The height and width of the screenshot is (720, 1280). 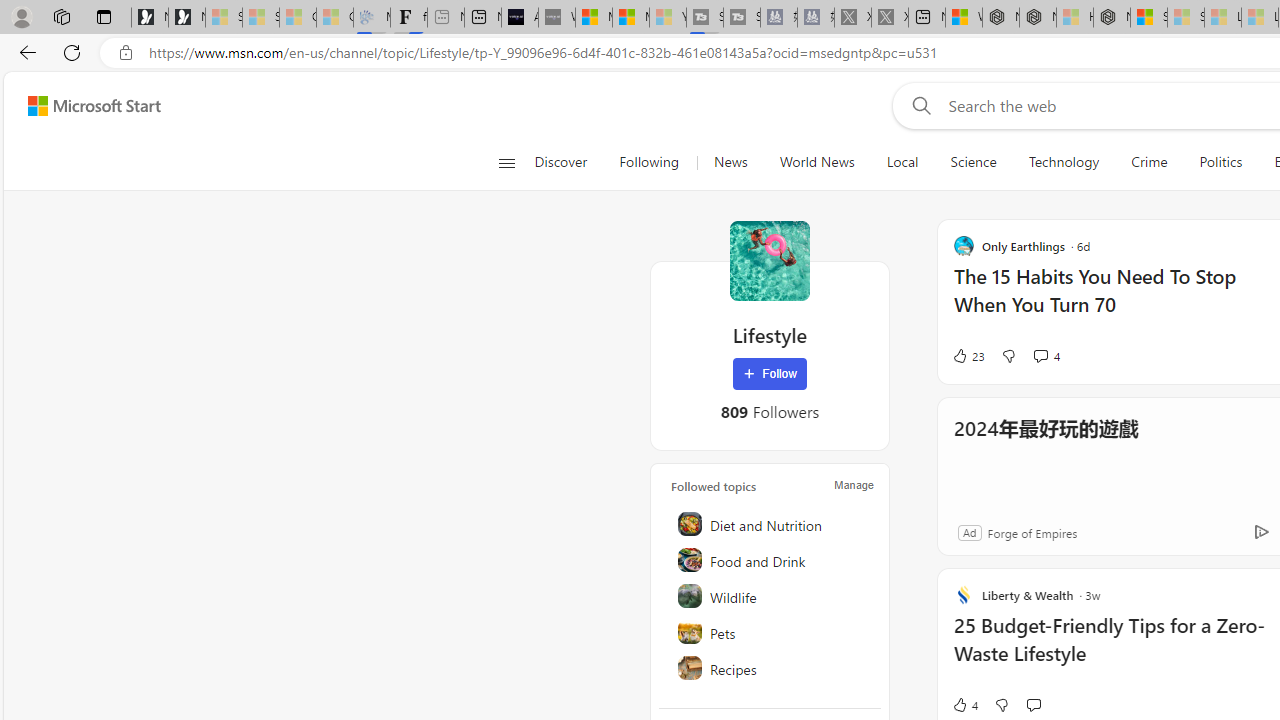 I want to click on 'Local', so click(x=901, y=162).